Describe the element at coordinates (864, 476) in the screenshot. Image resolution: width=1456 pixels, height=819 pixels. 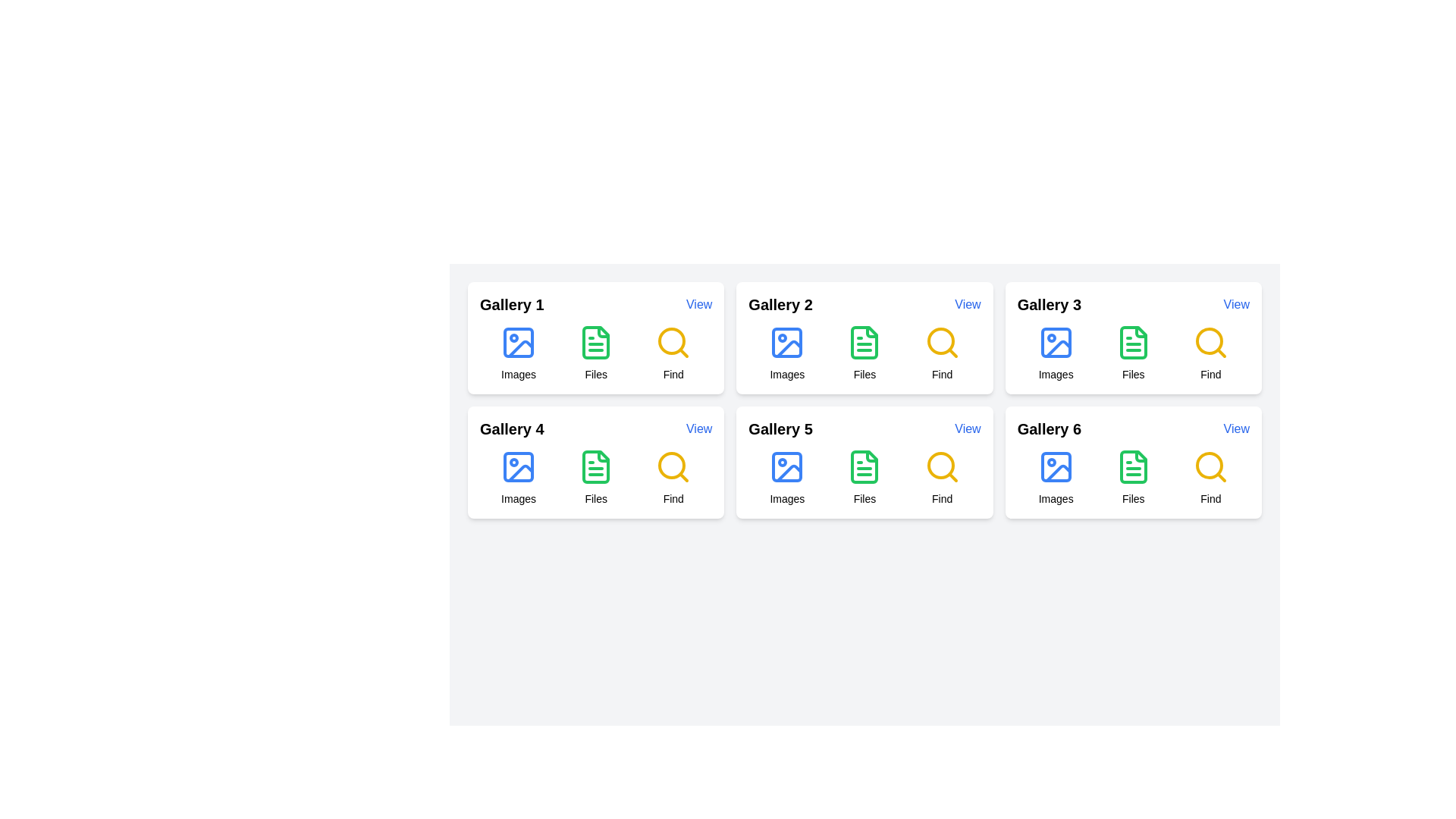
I see `the 'Files' navigation icon, which is the second item in a horizontal group of options including 'Images' and 'Find'` at that location.